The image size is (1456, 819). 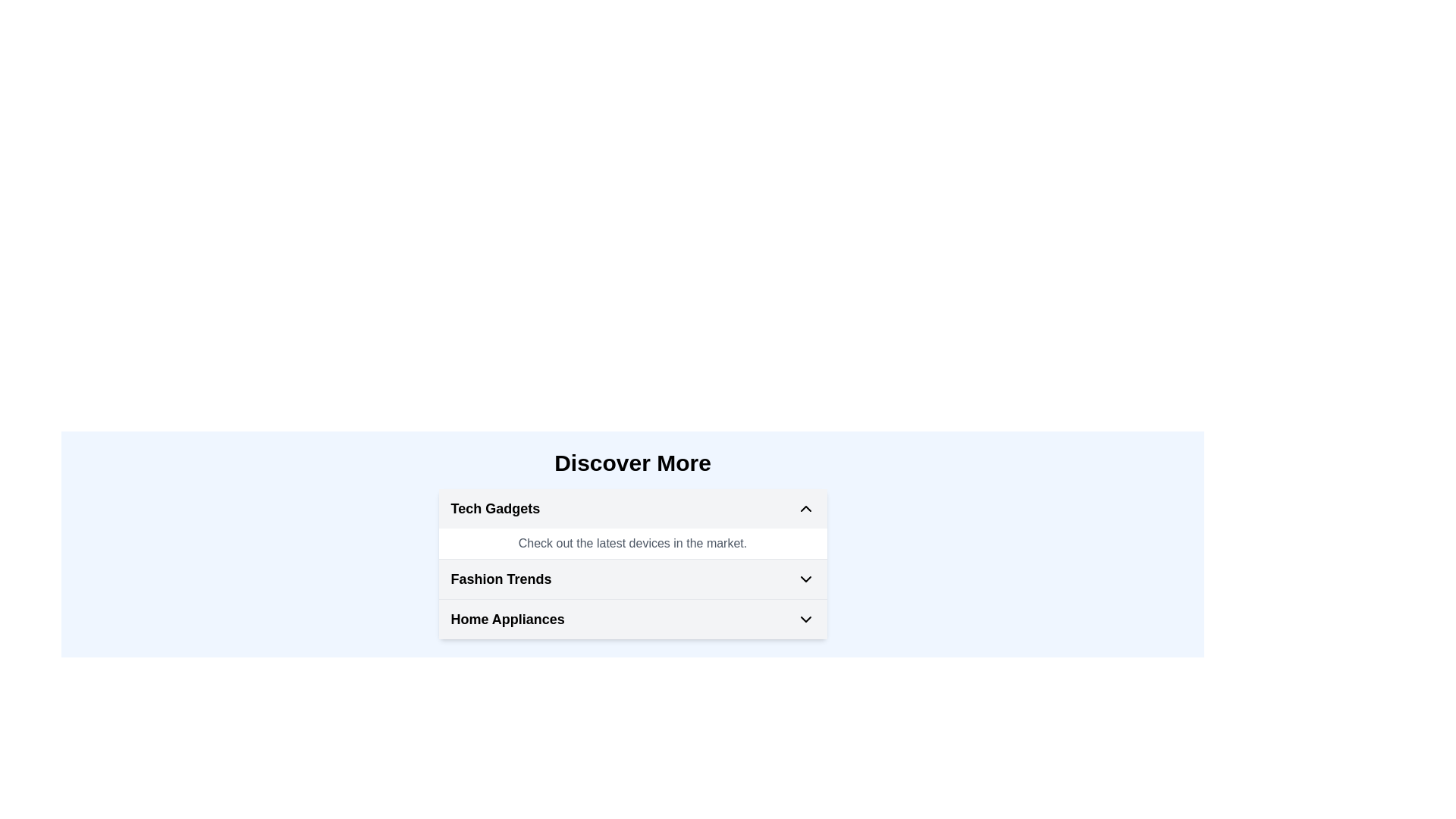 I want to click on the 'Tech Gadgets' text heading, which serves as a title for the corresponding section in a vertically stacked collapsible items layout, so click(x=495, y=509).